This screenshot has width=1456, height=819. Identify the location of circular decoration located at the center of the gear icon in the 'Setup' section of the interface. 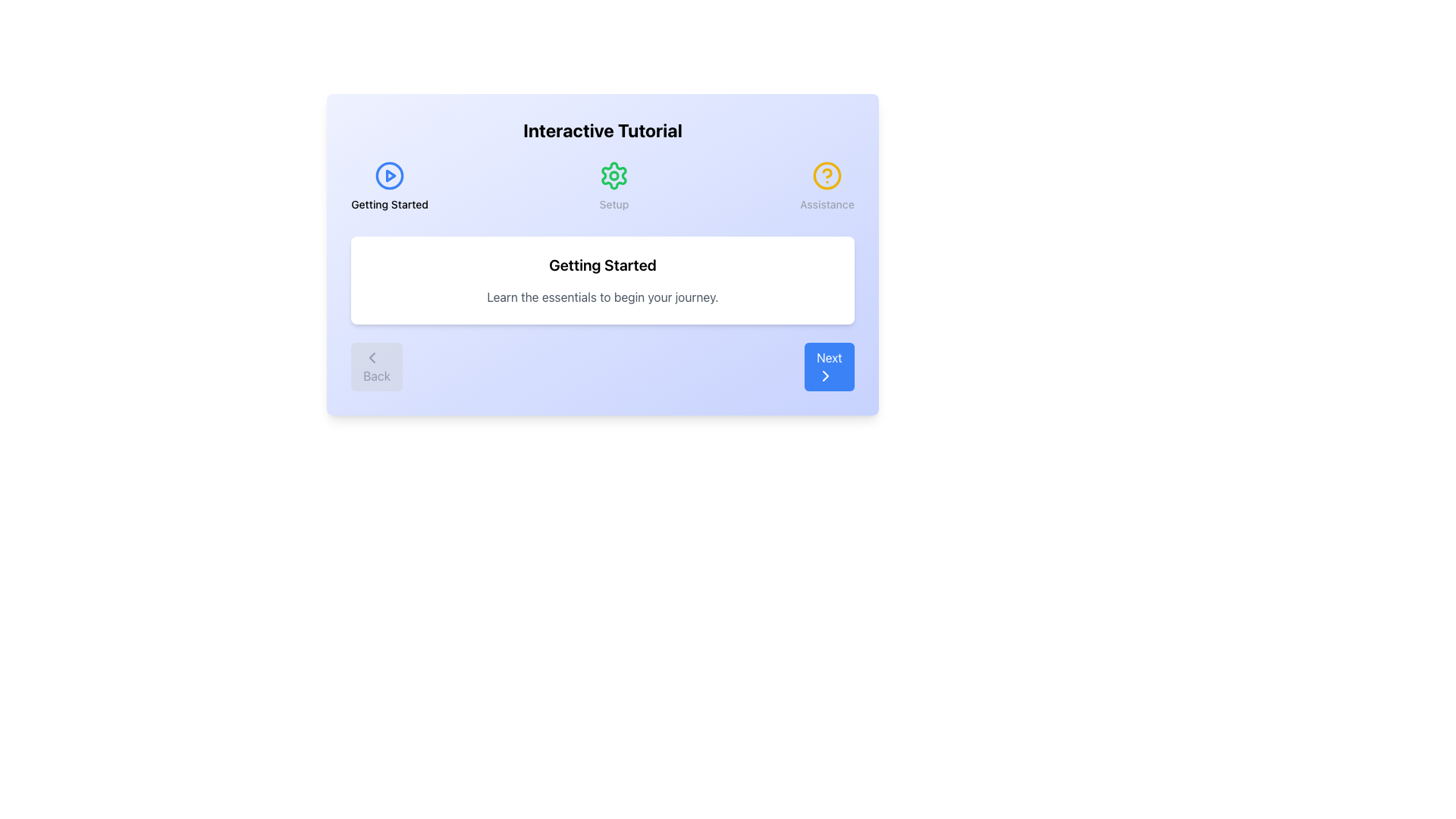
(614, 174).